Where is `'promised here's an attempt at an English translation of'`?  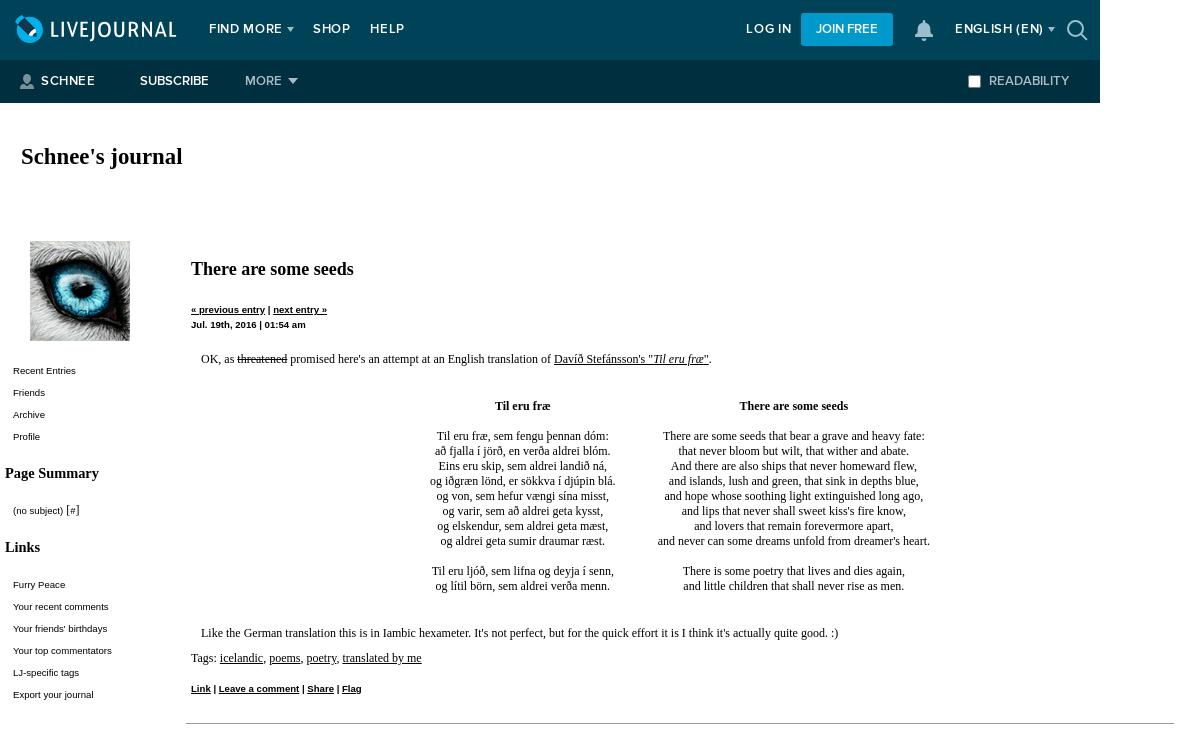 'promised here's an attempt at an English translation of' is located at coordinates (420, 357).